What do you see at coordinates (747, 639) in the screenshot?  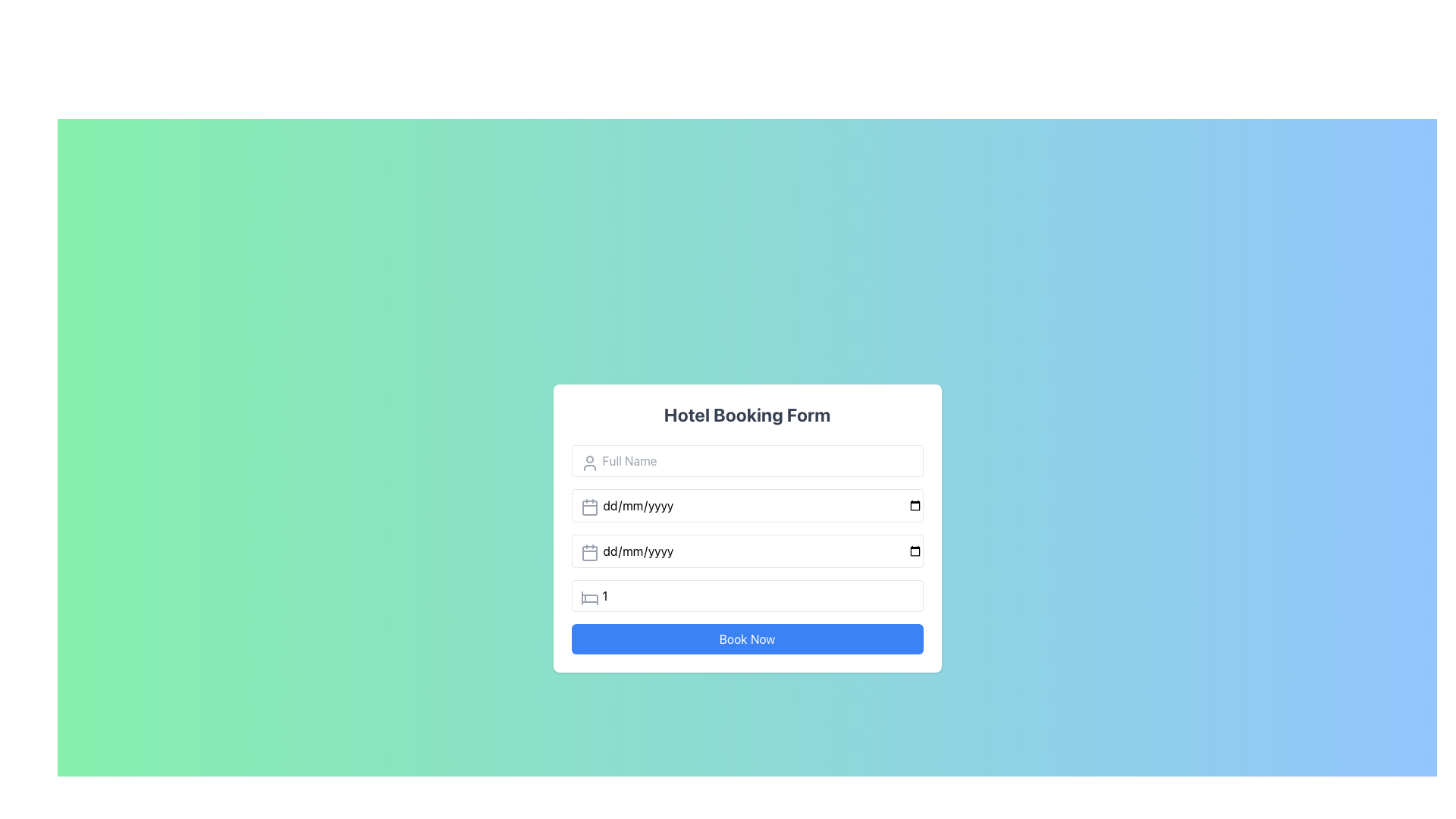 I see `the blue rectangular 'Book Now' button with rounded edges` at bounding box center [747, 639].